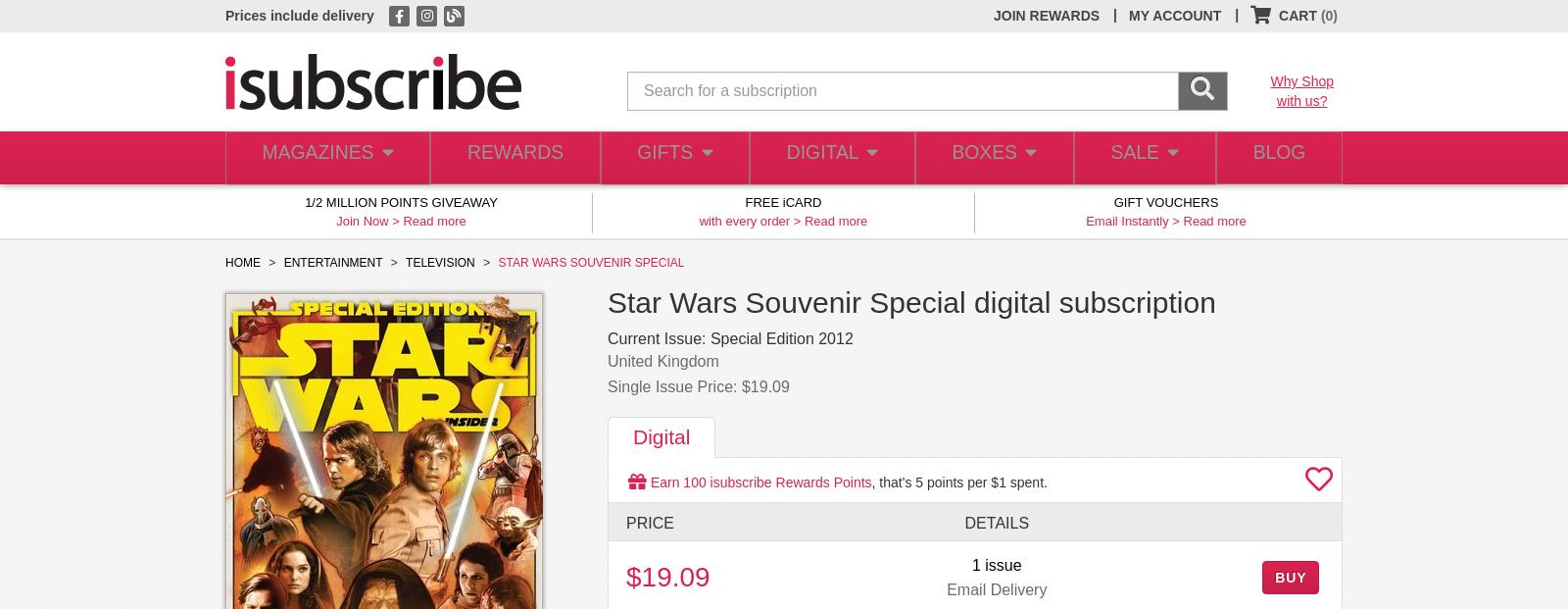  Describe the element at coordinates (1277, 15) in the screenshot. I see `'CART'` at that location.